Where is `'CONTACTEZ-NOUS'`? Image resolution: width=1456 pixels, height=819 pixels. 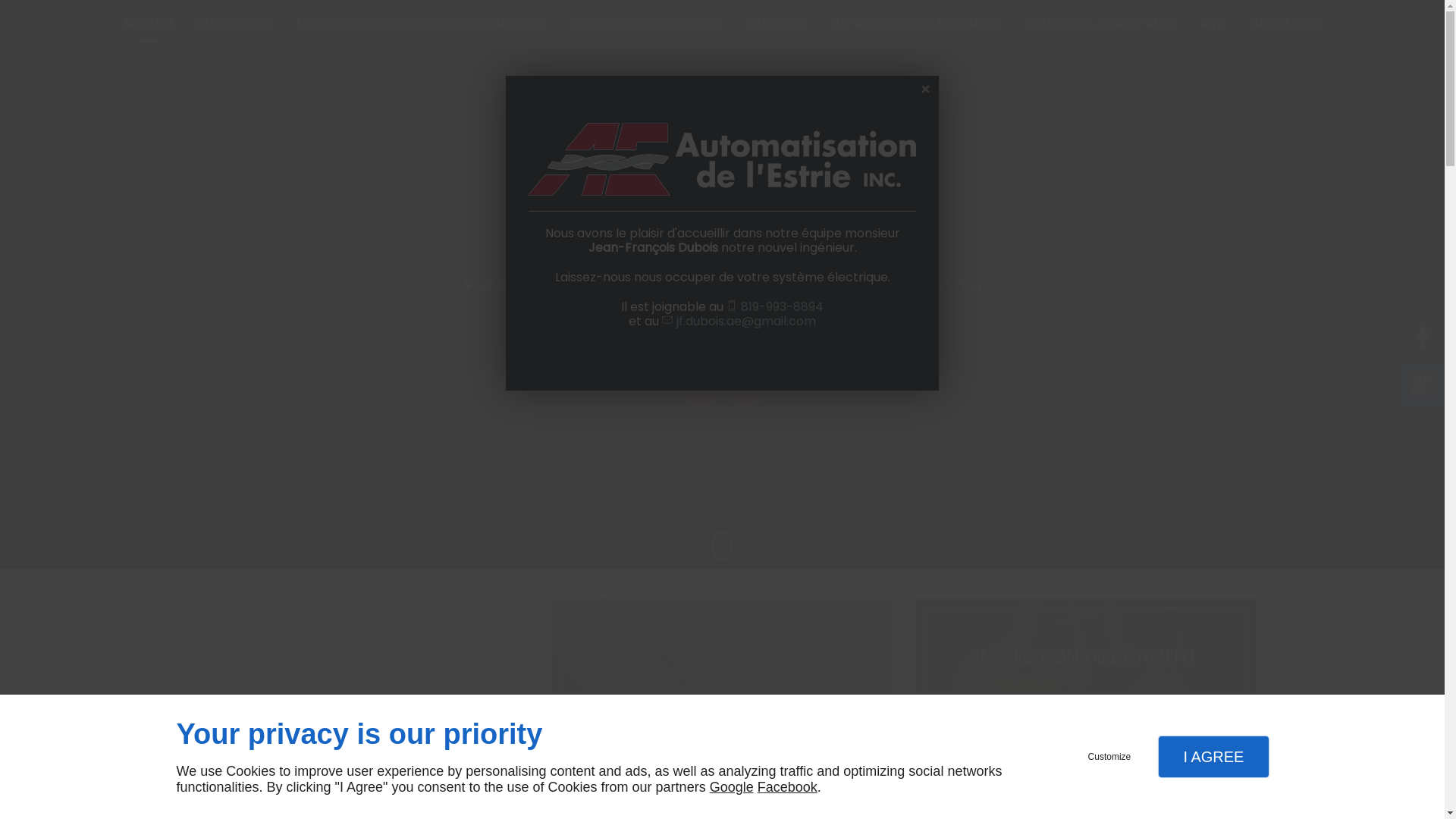 'CONTACTEZ-NOUS' is located at coordinates (742, 330).